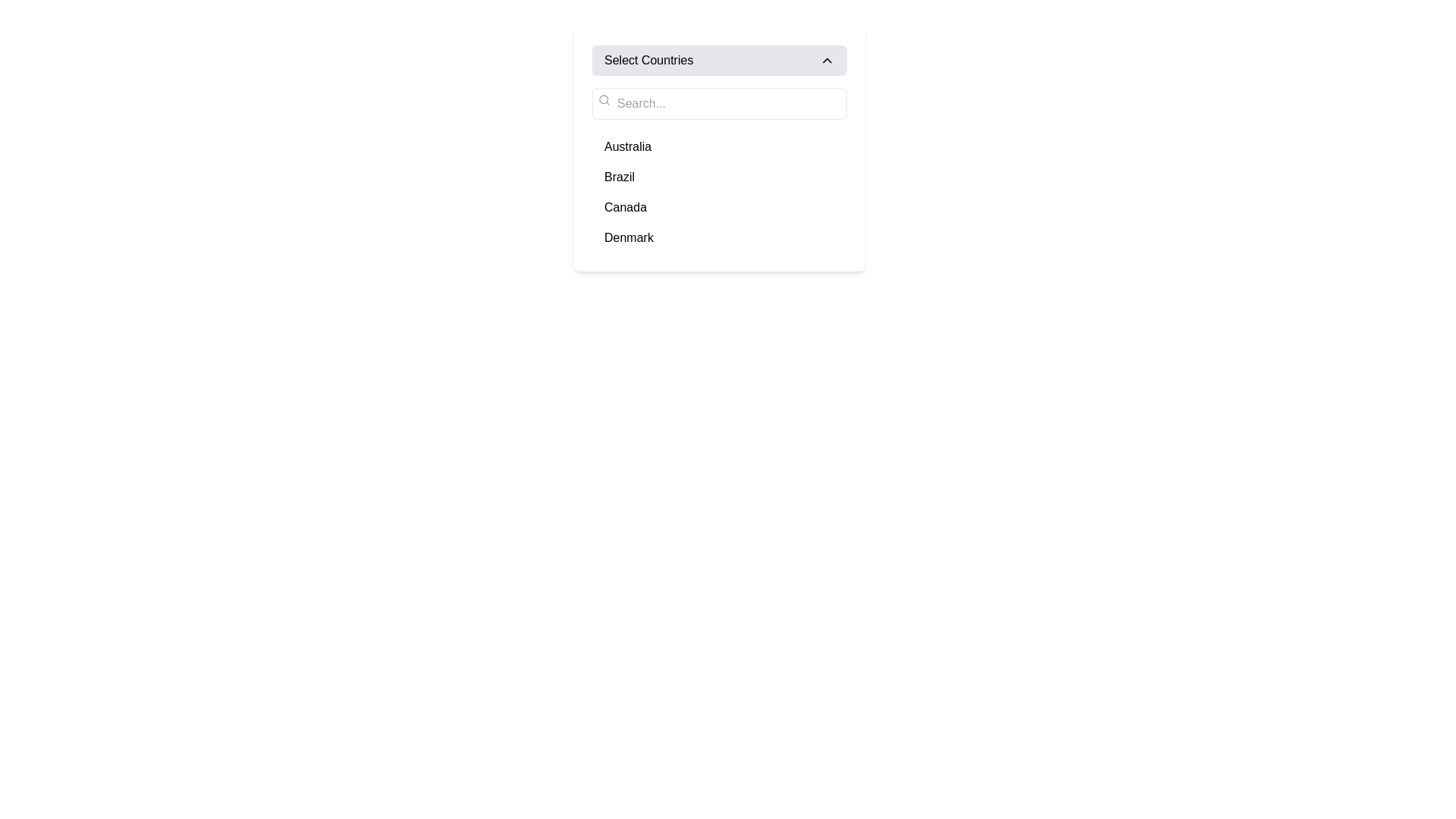 The image size is (1456, 819). Describe the element at coordinates (719, 207) in the screenshot. I see `the list item representing the country 'Canada' in the dropdown menu labeled 'Select Countries'` at that location.